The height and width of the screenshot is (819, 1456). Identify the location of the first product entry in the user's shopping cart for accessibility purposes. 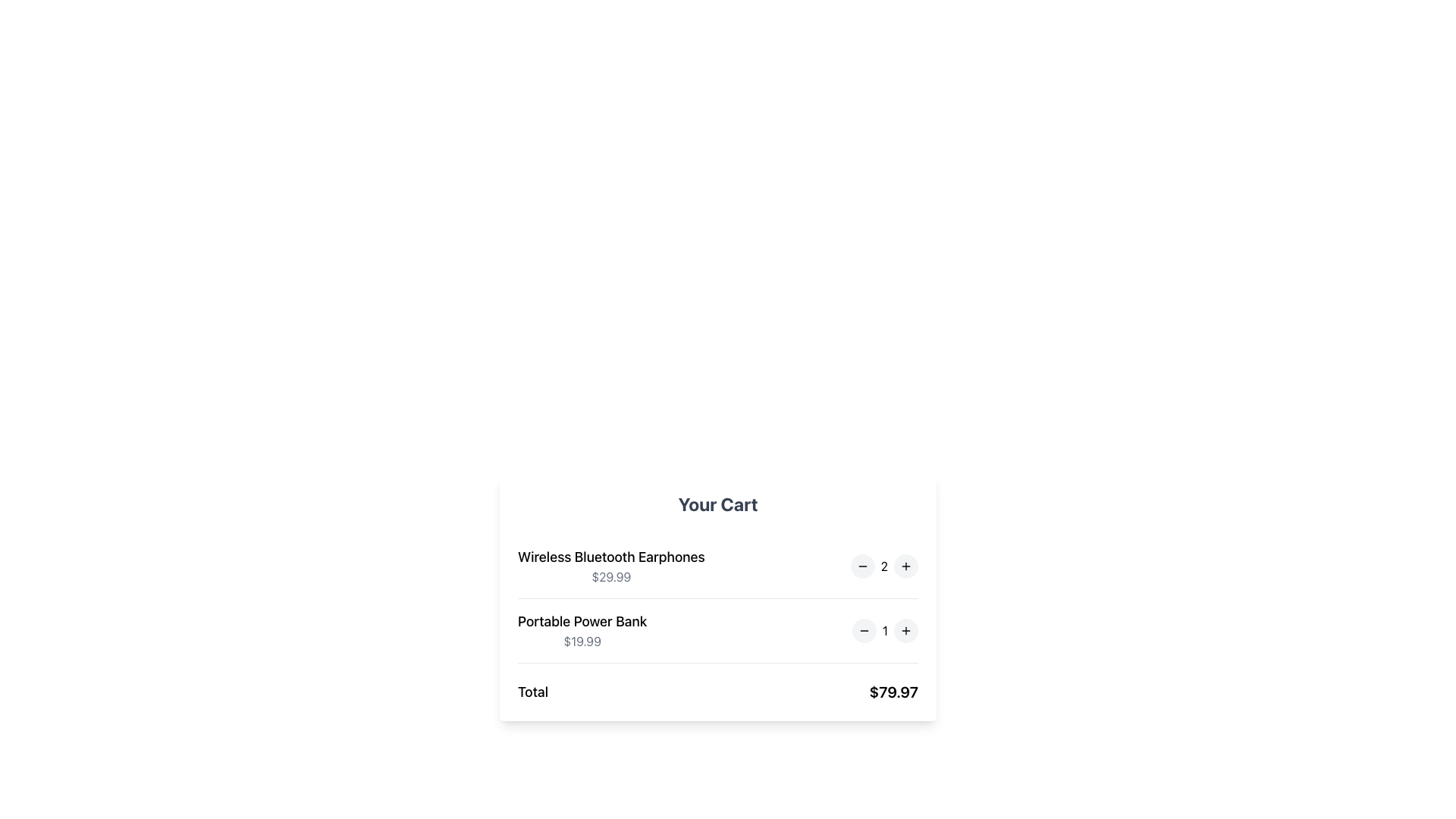
(611, 566).